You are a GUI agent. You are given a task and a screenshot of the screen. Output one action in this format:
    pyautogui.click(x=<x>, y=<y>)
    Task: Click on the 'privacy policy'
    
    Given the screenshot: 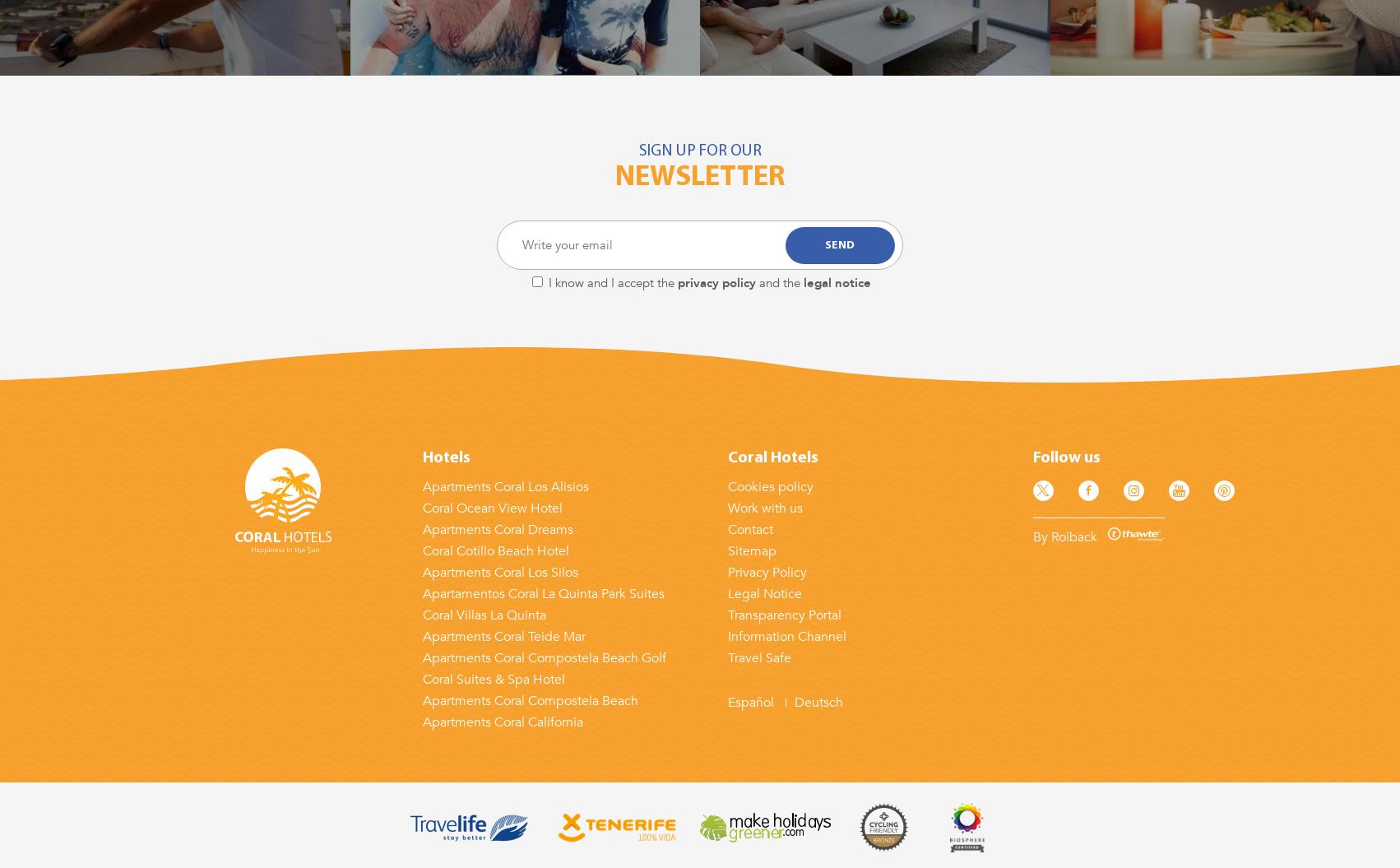 What is the action you would take?
    pyautogui.click(x=716, y=282)
    